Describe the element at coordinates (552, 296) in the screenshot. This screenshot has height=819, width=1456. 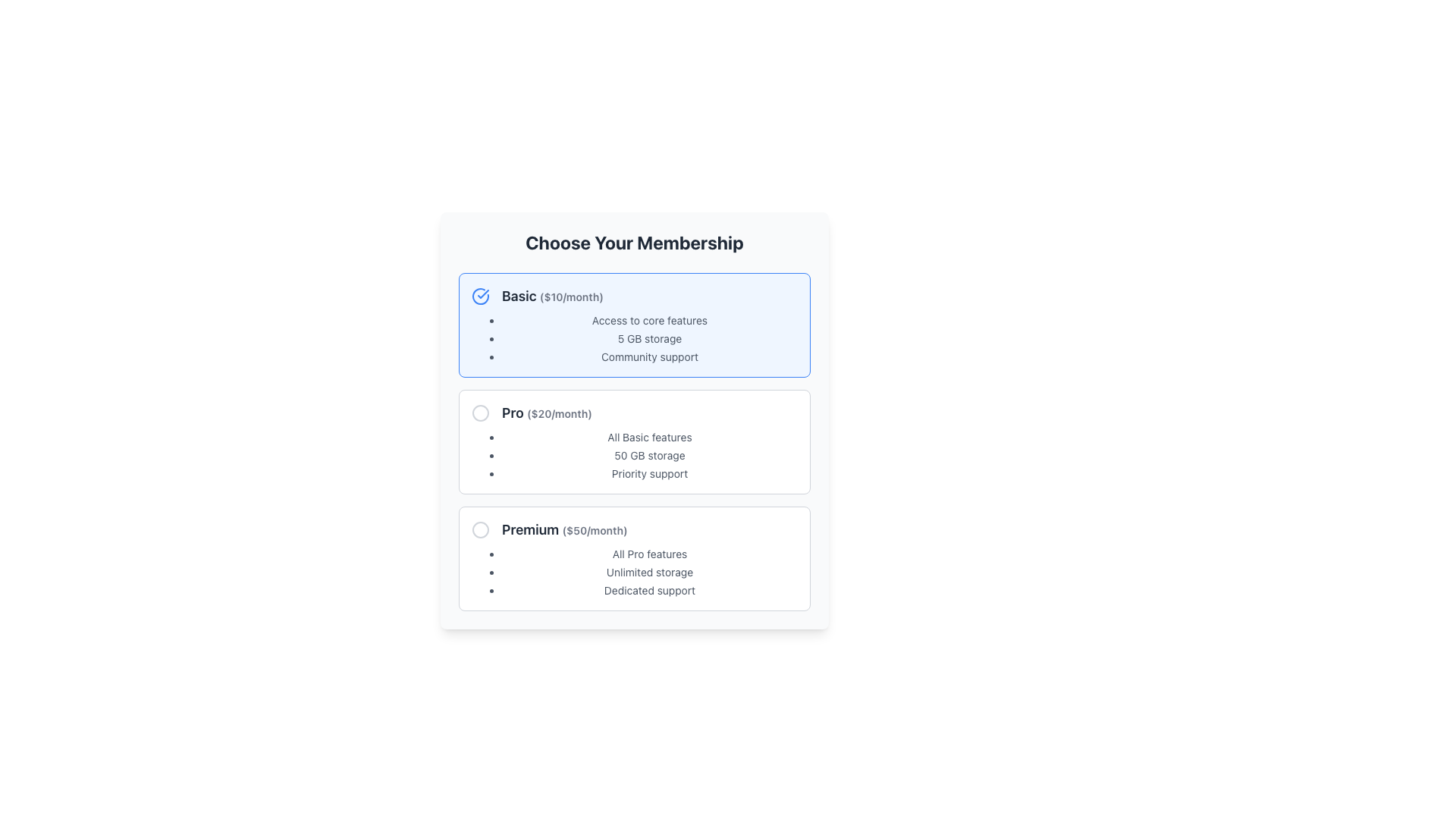
I see `the 'Basic ($10/month)' text label, which is styled in a larger, bold font and located near the top-left corner of the highlighted membership option under 'Choose Your Membership.'` at that location.